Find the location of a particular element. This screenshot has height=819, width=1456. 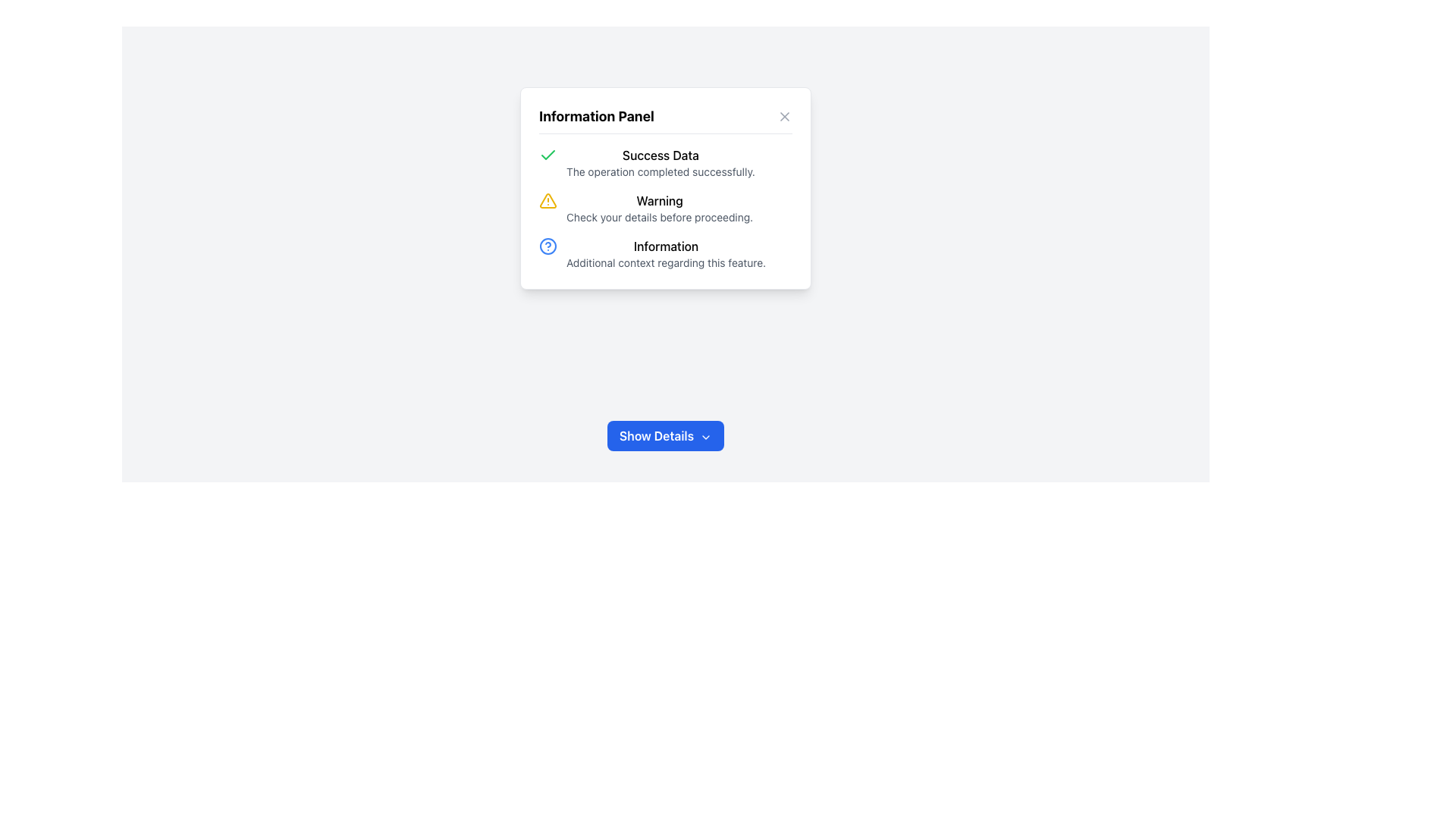

the icon in the third informational text section within the 'Information Panel' is located at coordinates (666, 253).